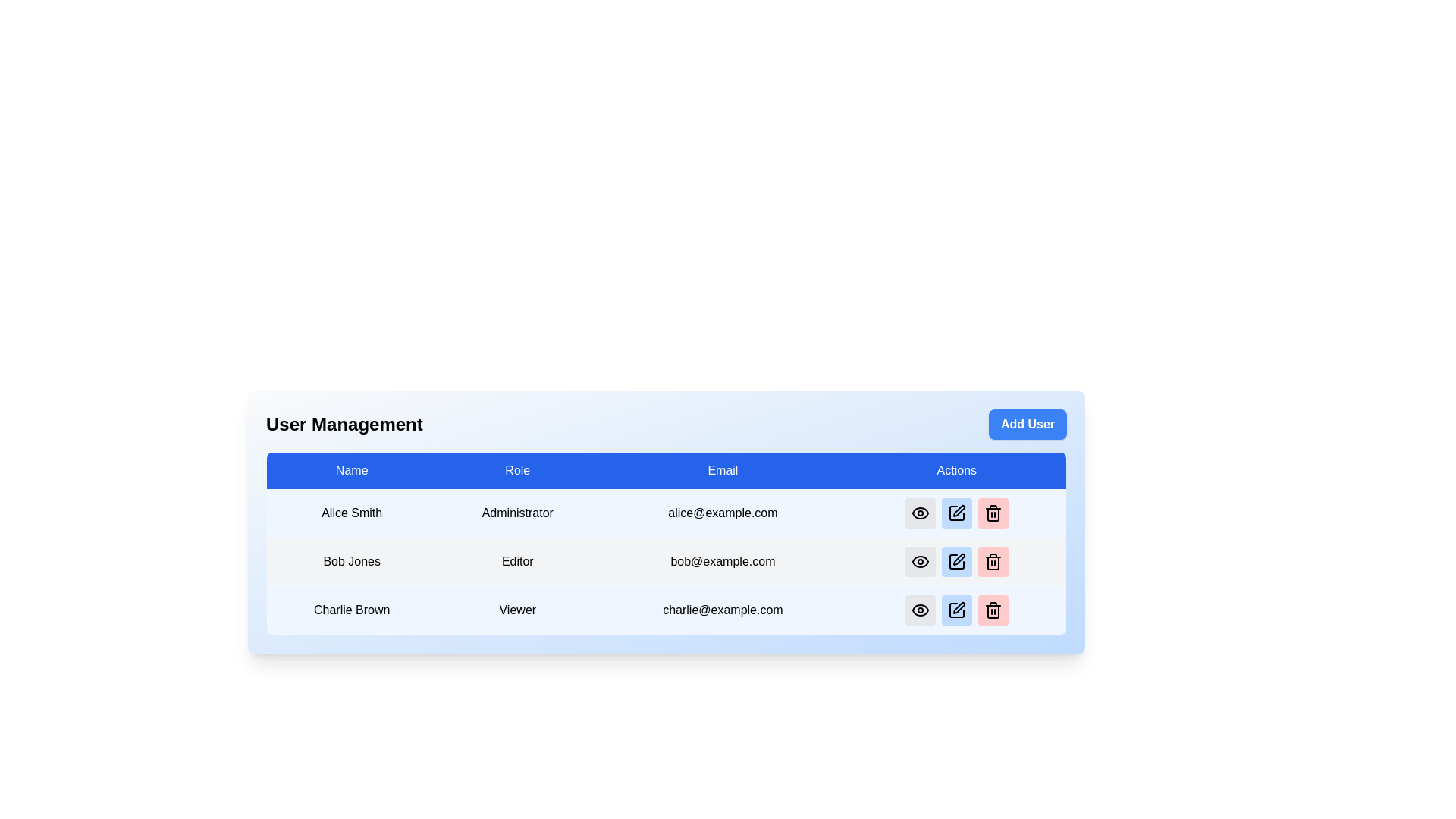 The image size is (1456, 819). I want to click on the last column header labeled 'Actions' in the table, which is styled with a blue background and white text, located on the rightmost side of the header row, so click(956, 469).